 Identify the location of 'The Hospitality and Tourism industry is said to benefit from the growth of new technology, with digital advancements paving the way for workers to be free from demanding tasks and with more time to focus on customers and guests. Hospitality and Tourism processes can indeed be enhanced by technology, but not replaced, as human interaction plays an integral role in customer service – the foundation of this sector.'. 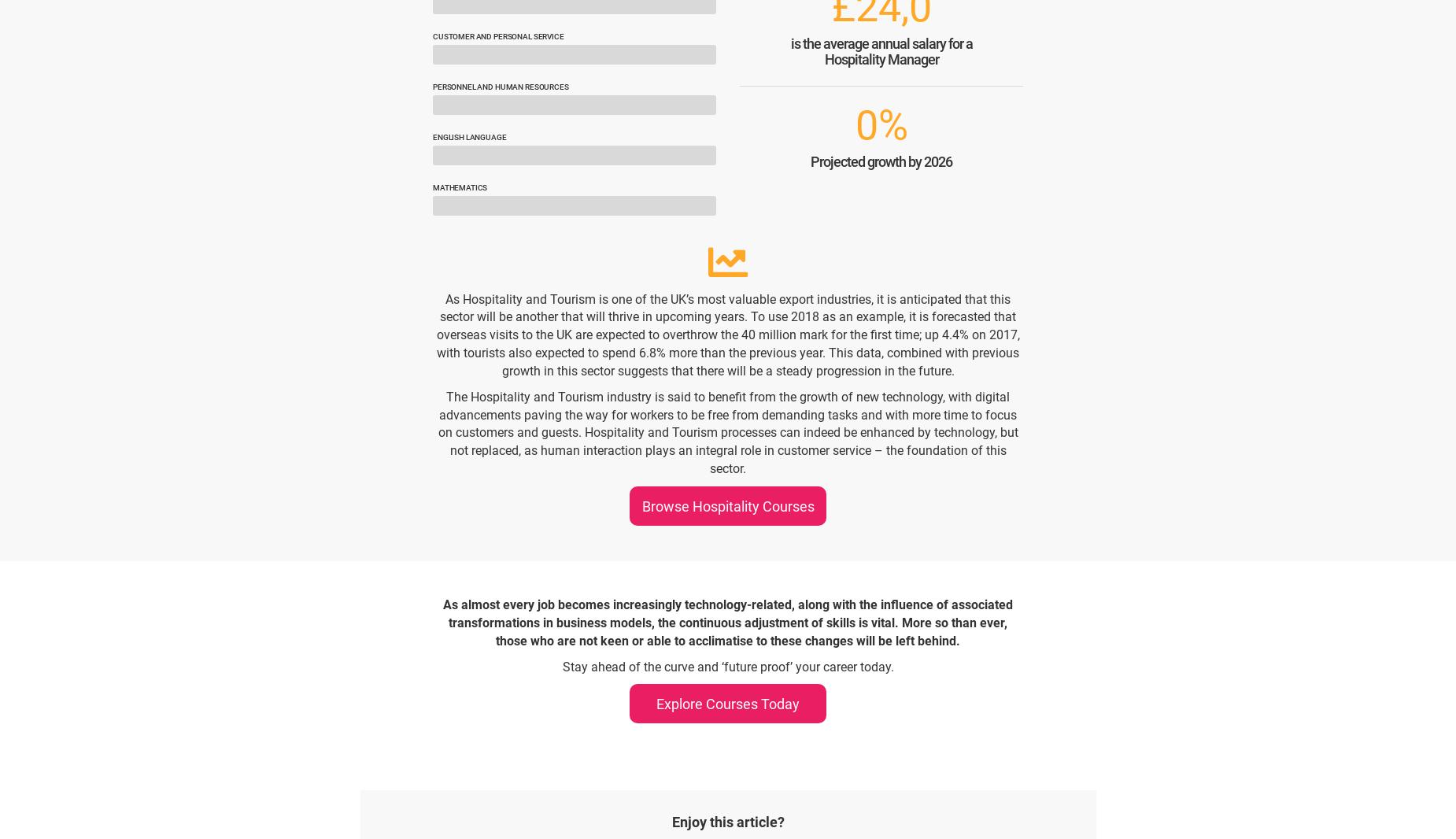
(727, 431).